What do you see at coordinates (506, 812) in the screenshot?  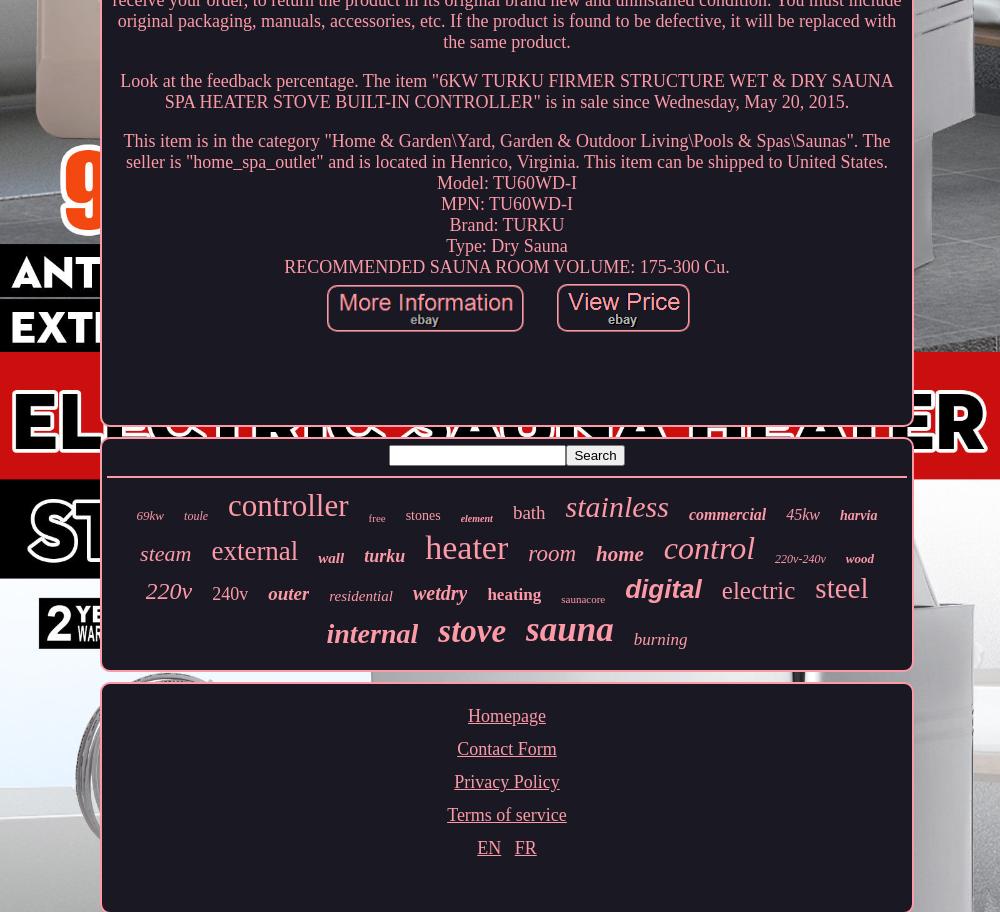 I see `'Terms of service'` at bounding box center [506, 812].